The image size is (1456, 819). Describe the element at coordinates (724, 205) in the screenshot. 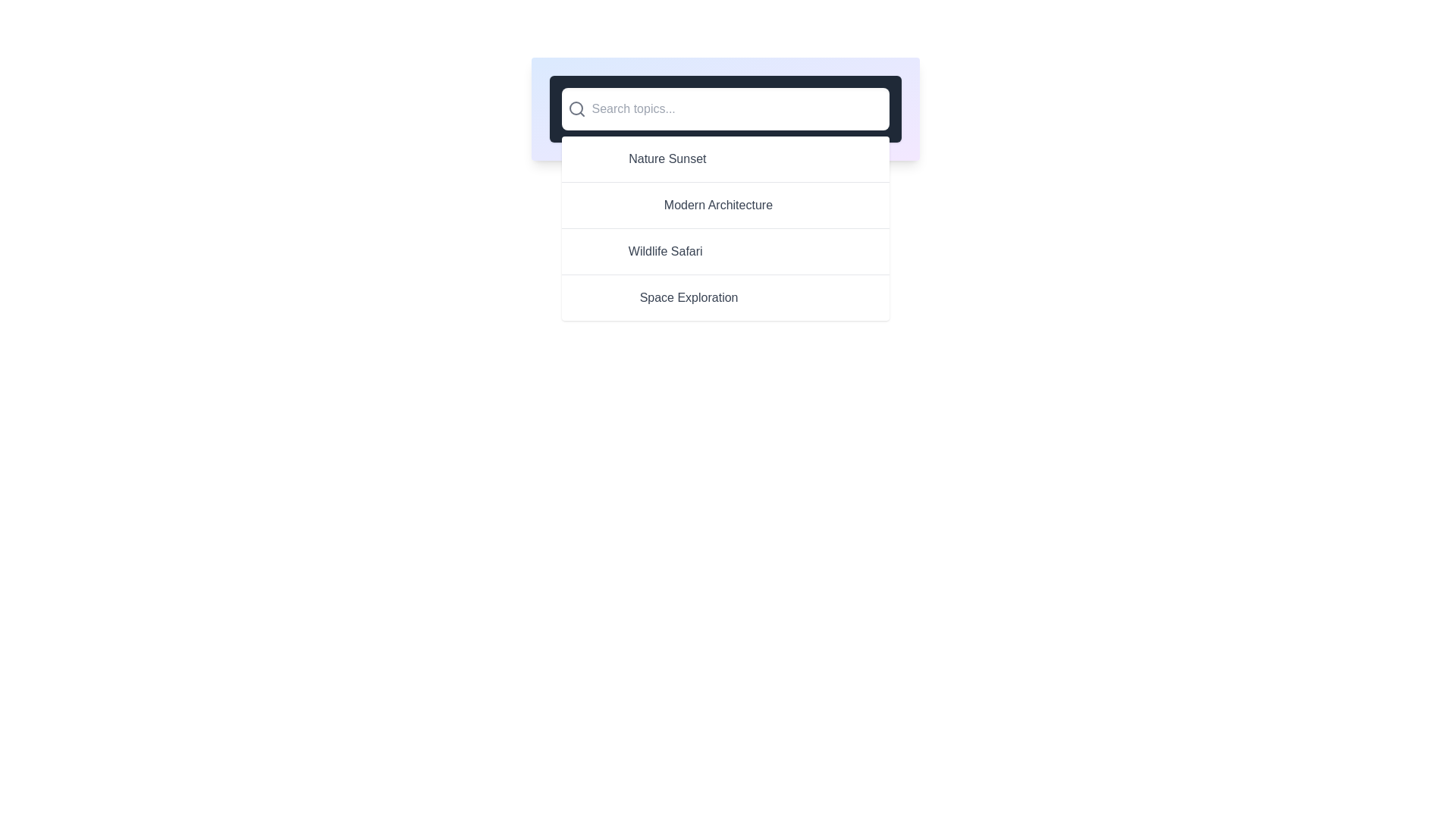

I see `to select the 'Modern Architecture' list item in the dropdown, which is the second item below 'Nature Sunset'` at that location.